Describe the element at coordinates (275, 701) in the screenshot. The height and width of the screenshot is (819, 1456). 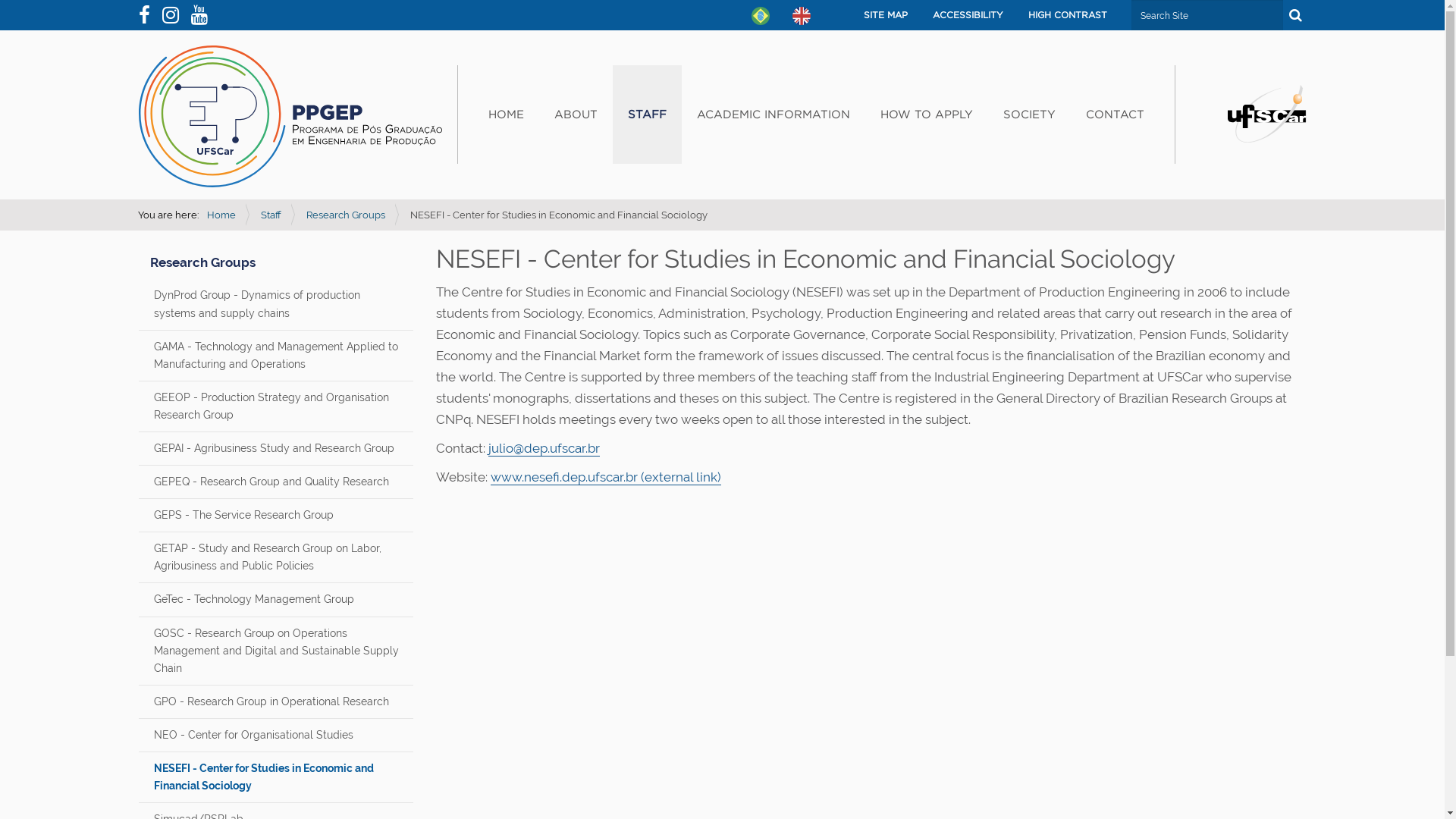
I see `'GPO - Research Group in Operational Research'` at that location.